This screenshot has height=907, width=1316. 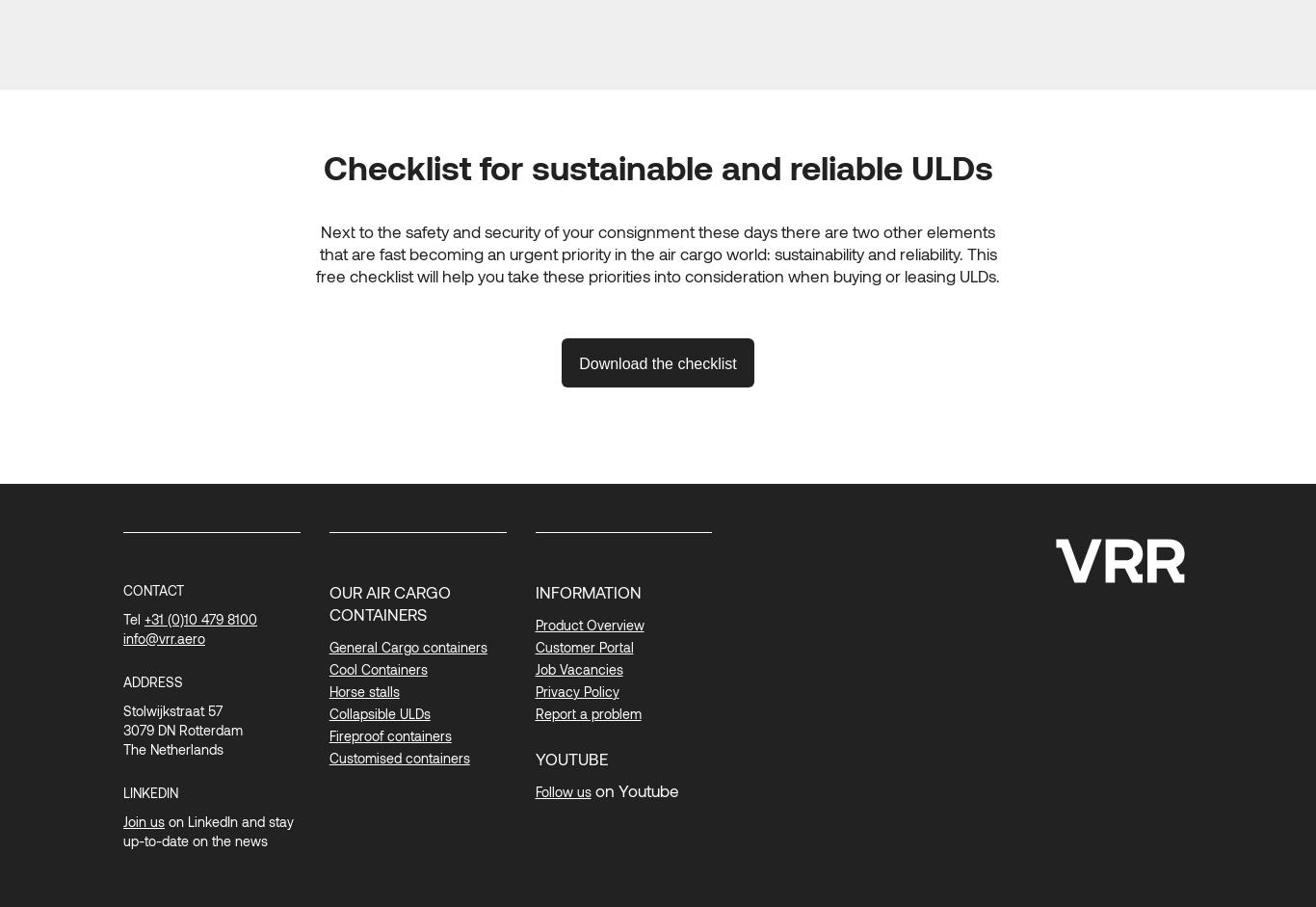 What do you see at coordinates (143, 819) in the screenshot?
I see `'Join us'` at bounding box center [143, 819].